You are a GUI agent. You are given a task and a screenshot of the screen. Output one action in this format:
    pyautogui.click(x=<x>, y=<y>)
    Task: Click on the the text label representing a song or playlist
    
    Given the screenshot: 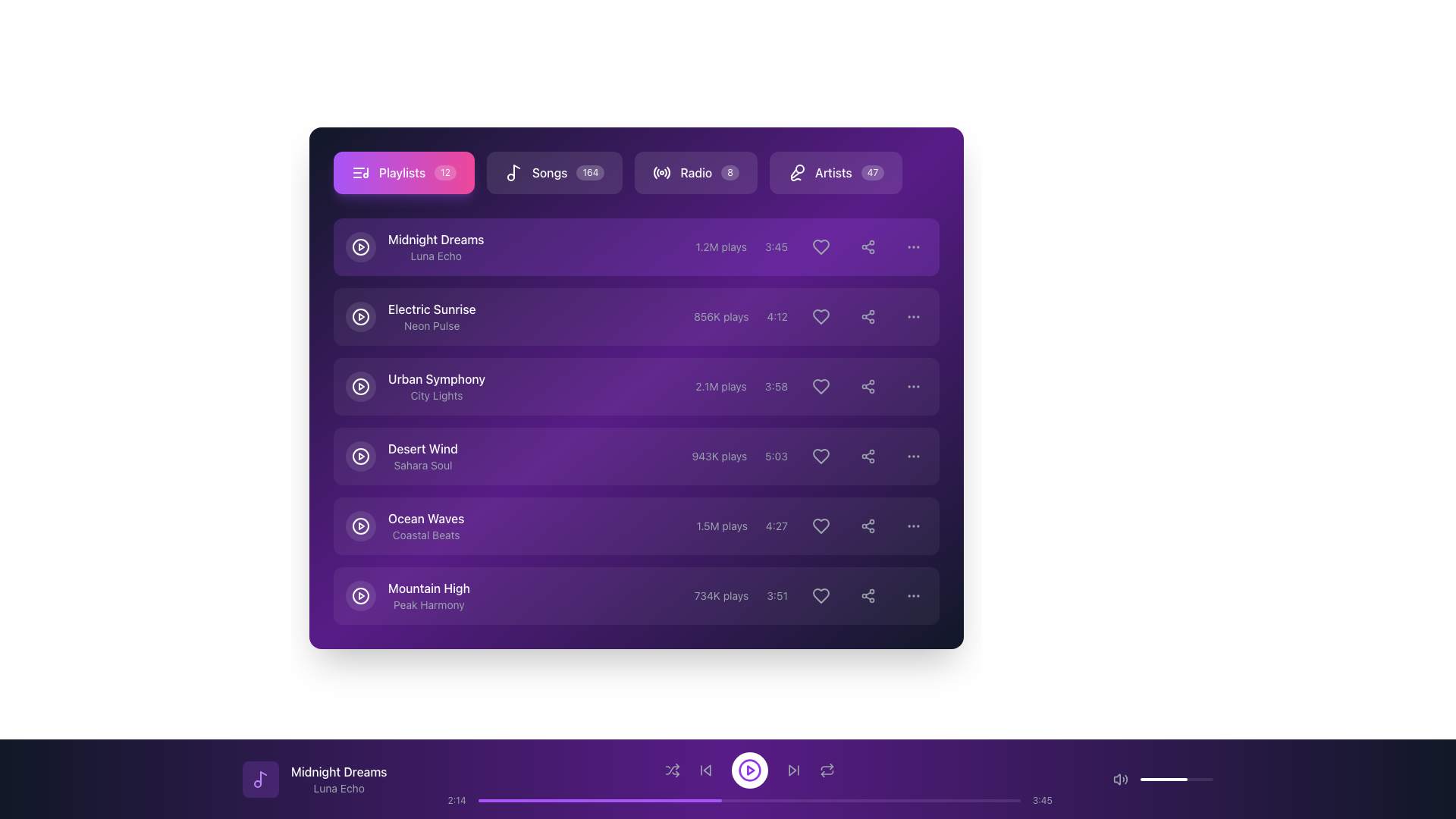 What is the action you would take?
    pyautogui.click(x=428, y=595)
    